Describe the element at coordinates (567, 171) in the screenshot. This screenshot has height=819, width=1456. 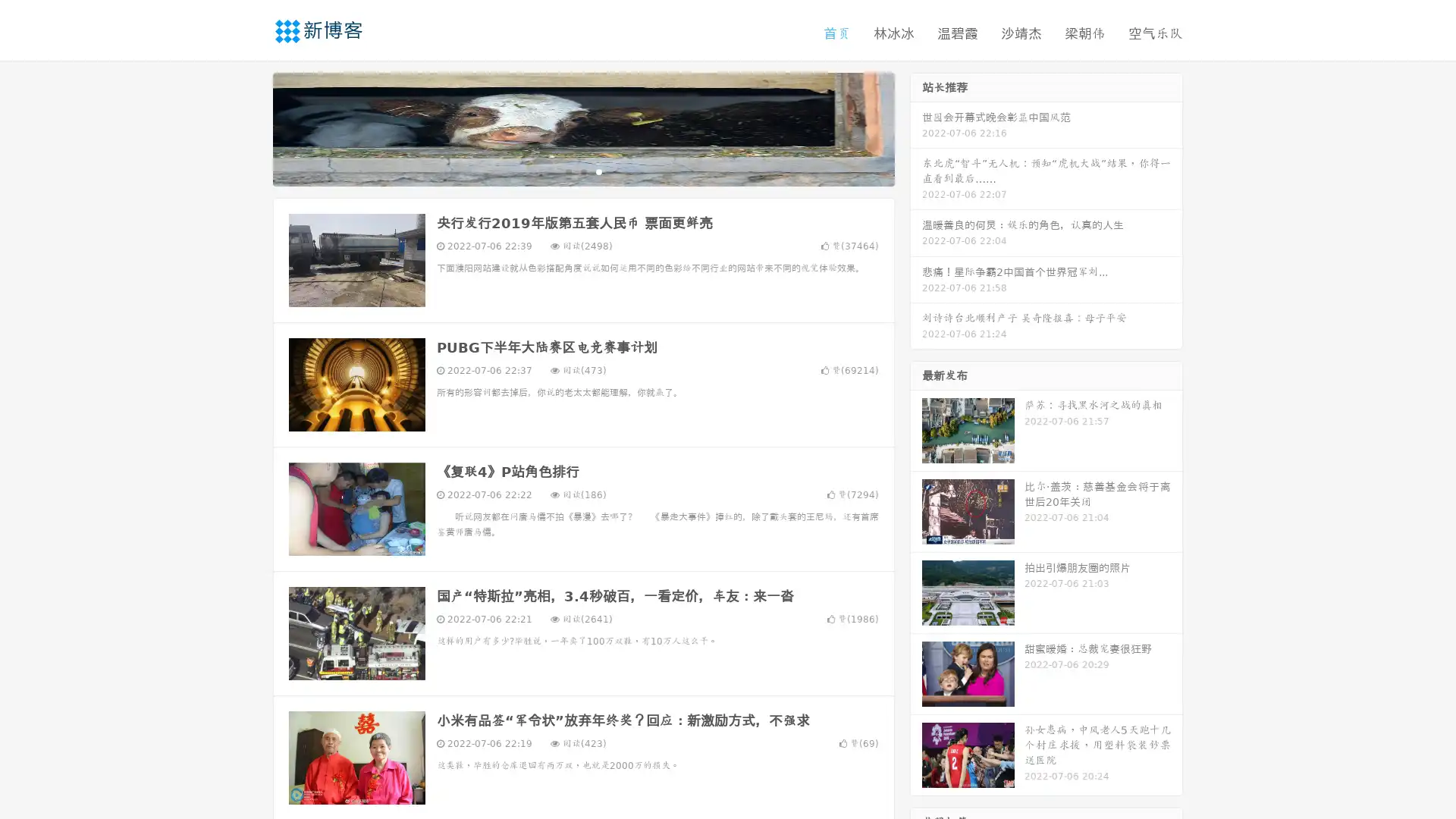
I see `Go to slide 1` at that location.